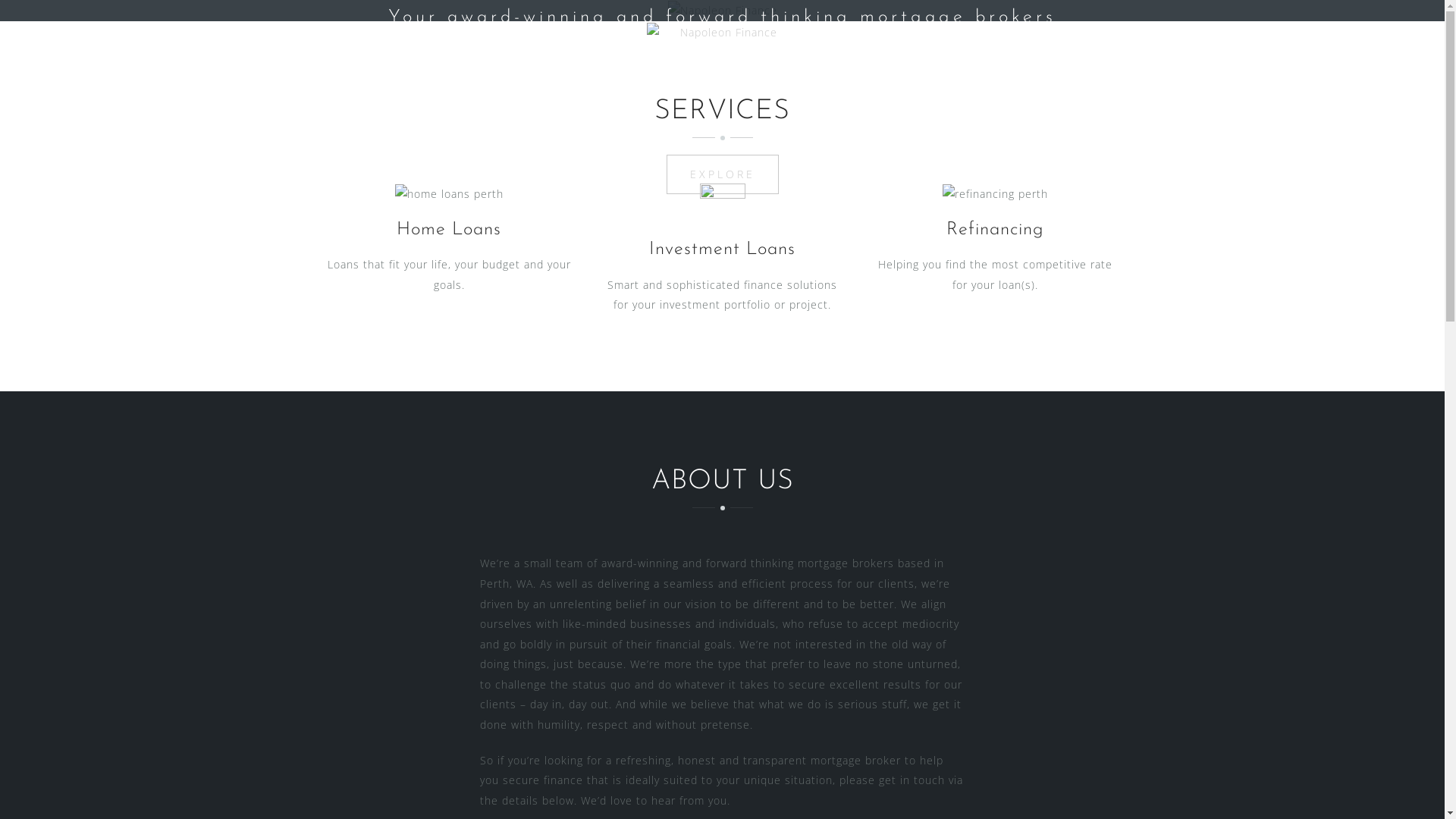  Describe the element at coordinates (447, 230) in the screenshot. I see `'Home Loans'` at that location.